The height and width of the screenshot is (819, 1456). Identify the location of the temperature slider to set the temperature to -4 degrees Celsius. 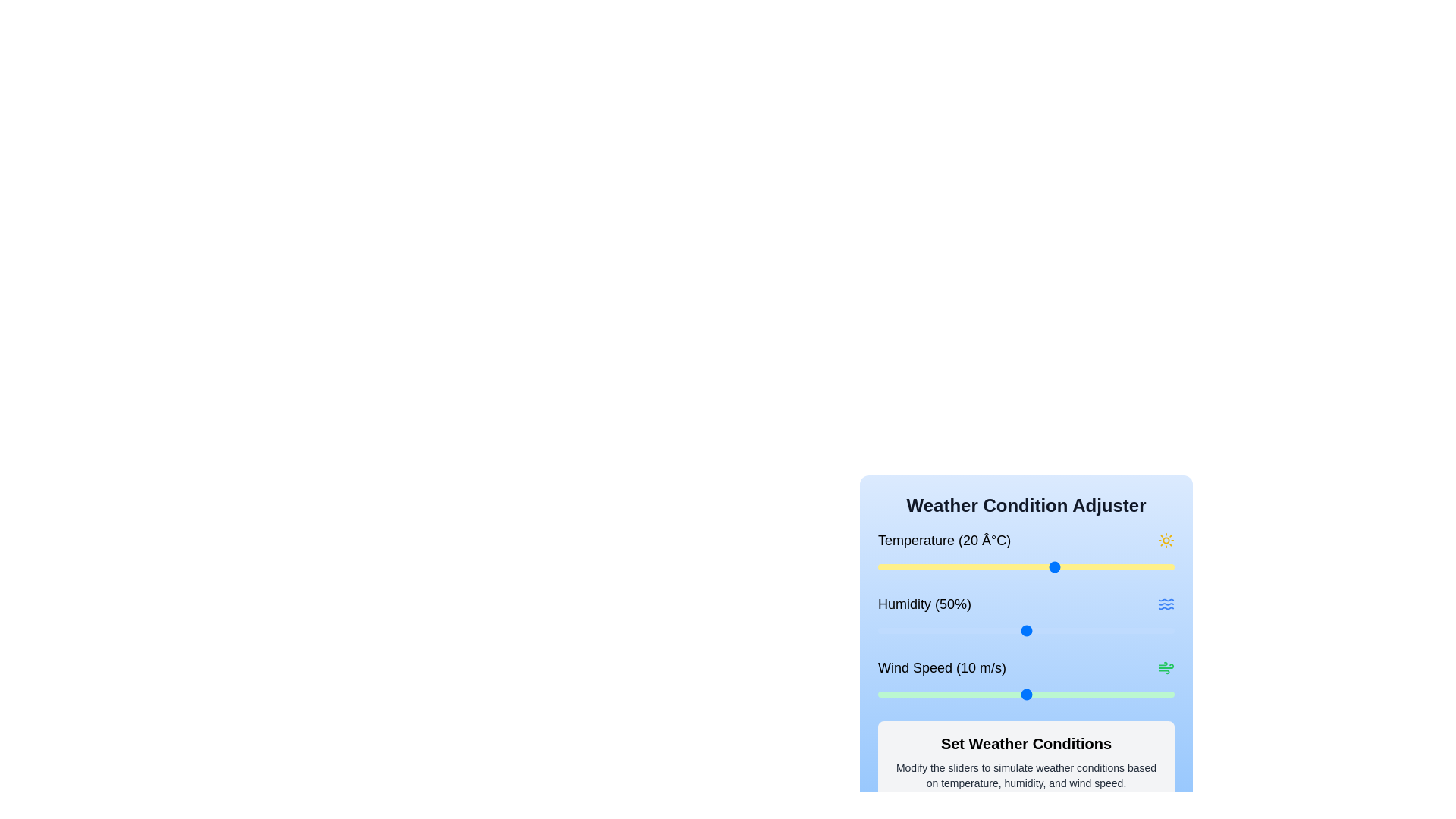
(912, 567).